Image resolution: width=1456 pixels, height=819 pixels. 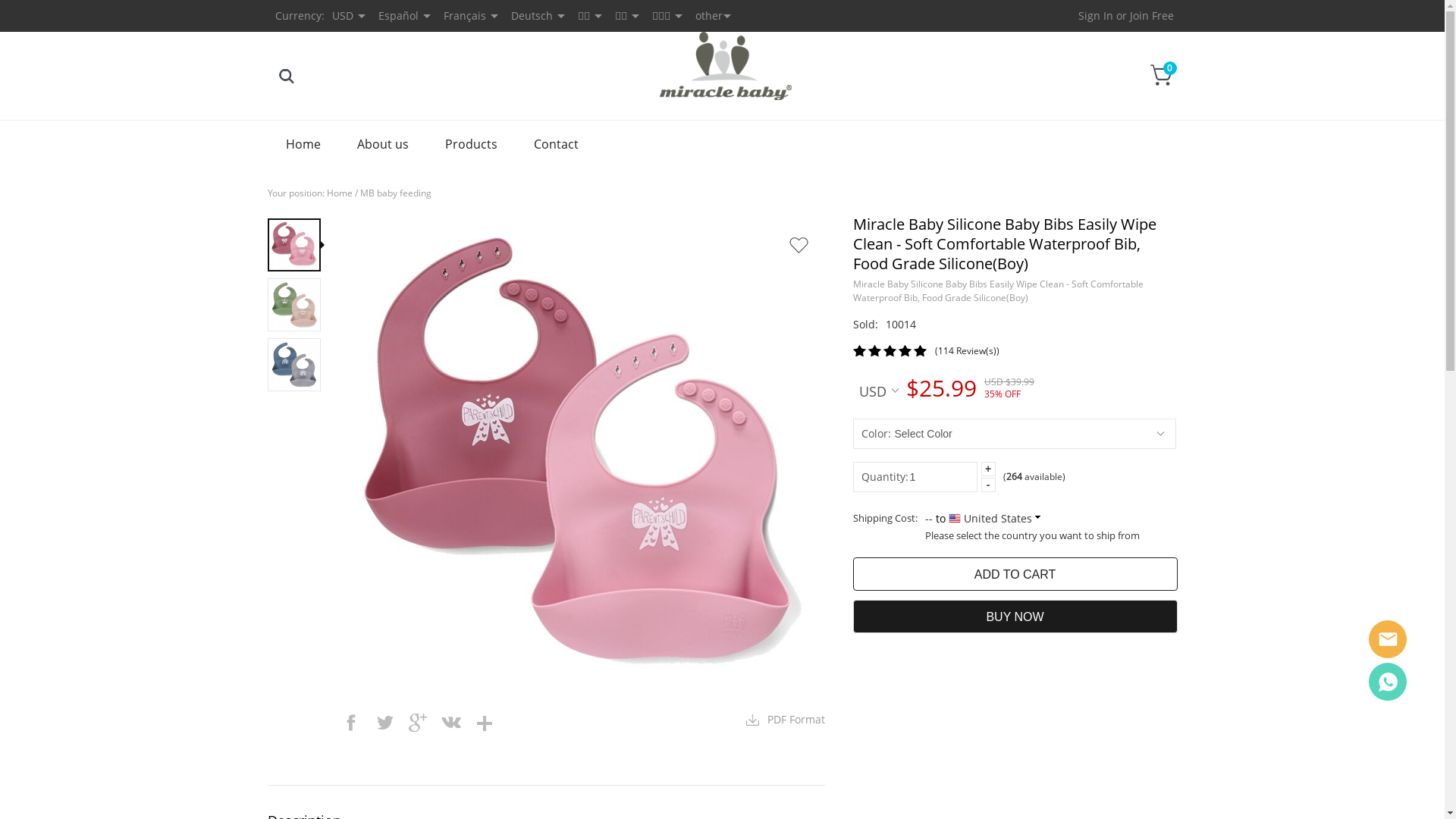 What do you see at coordinates (532, 15) in the screenshot?
I see `'Deutsch'` at bounding box center [532, 15].